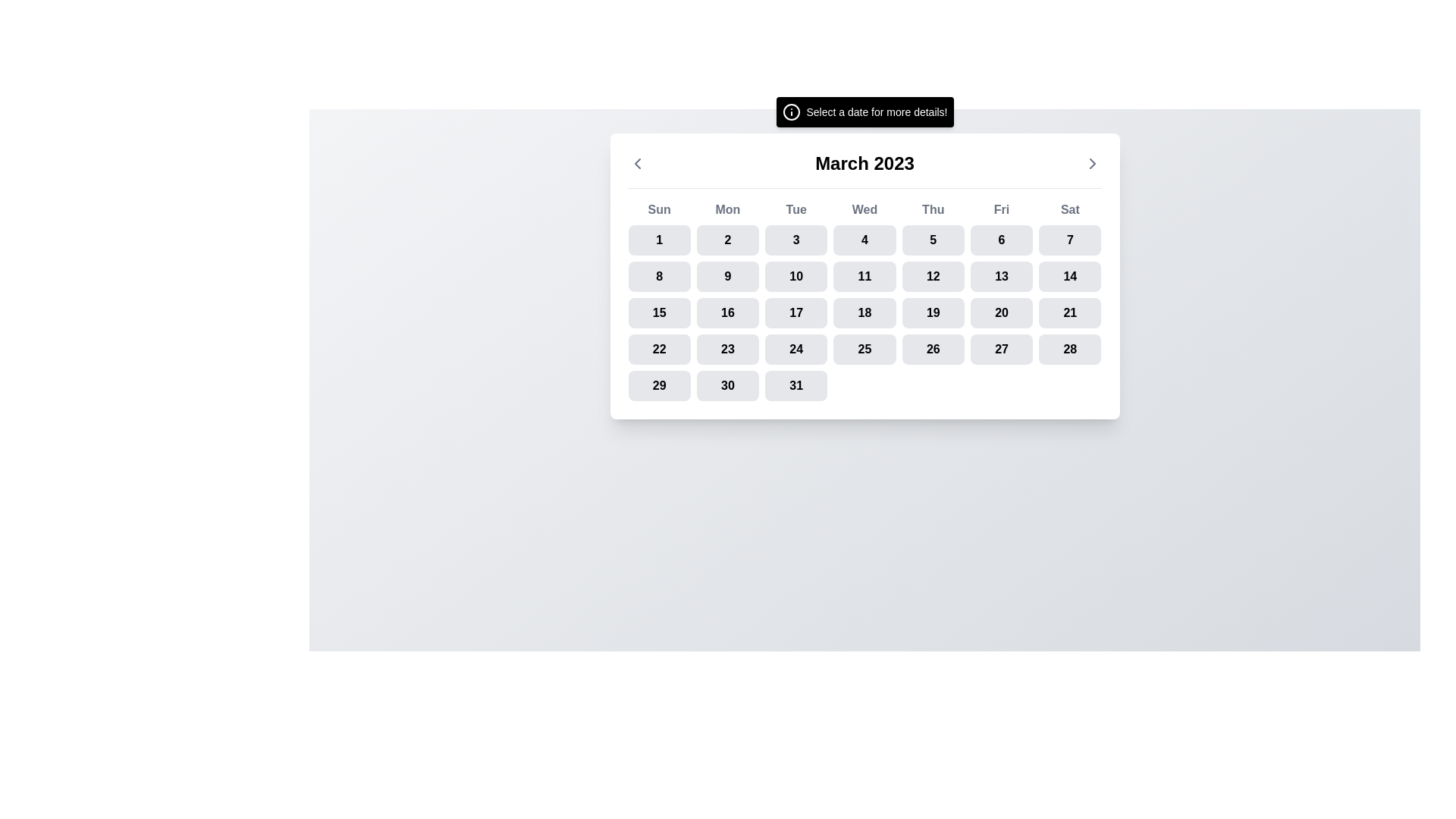 The width and height of the screenshot is (1456, 819). I want to click on the right-facing chevron icon located in the top-right corner of the calendar interface, so click(1092, 164).